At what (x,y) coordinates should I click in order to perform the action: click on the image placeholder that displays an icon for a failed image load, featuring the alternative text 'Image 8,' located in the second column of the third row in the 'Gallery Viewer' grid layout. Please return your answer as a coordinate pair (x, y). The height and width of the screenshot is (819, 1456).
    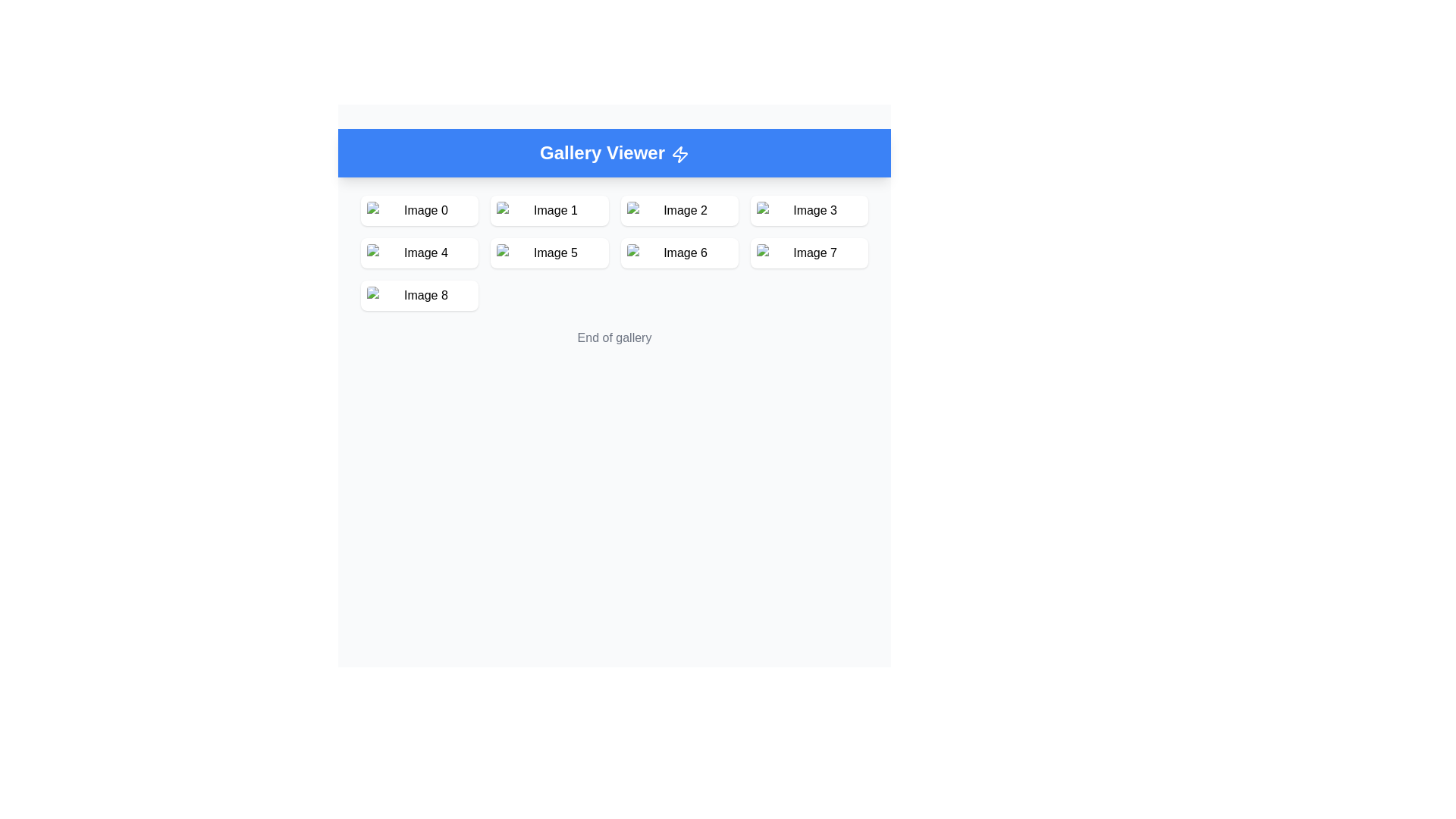
    Looking at the image, I should click on (419, 295).